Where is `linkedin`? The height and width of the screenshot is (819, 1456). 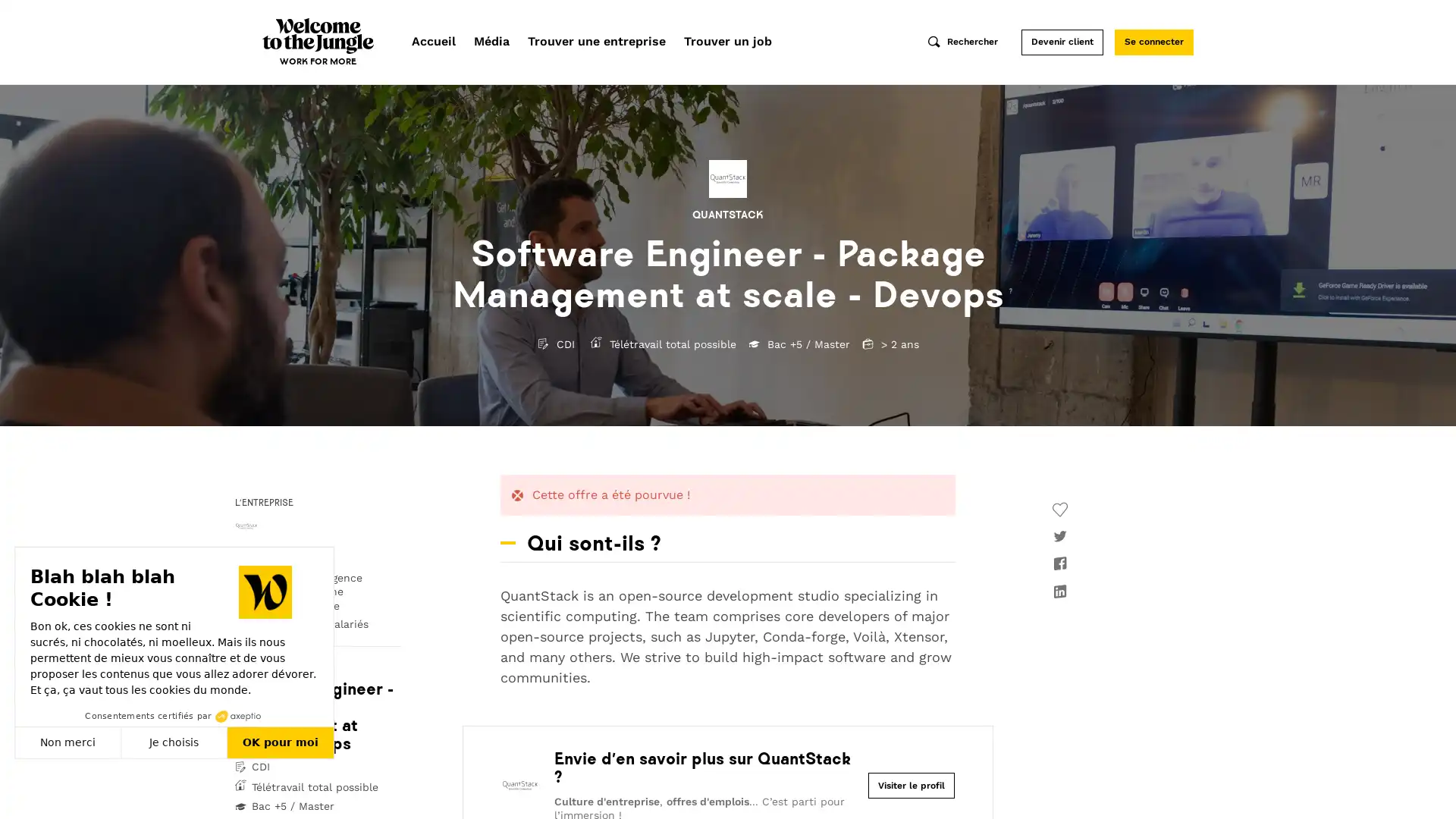
linkedin is located at coordinates (1059, 592).